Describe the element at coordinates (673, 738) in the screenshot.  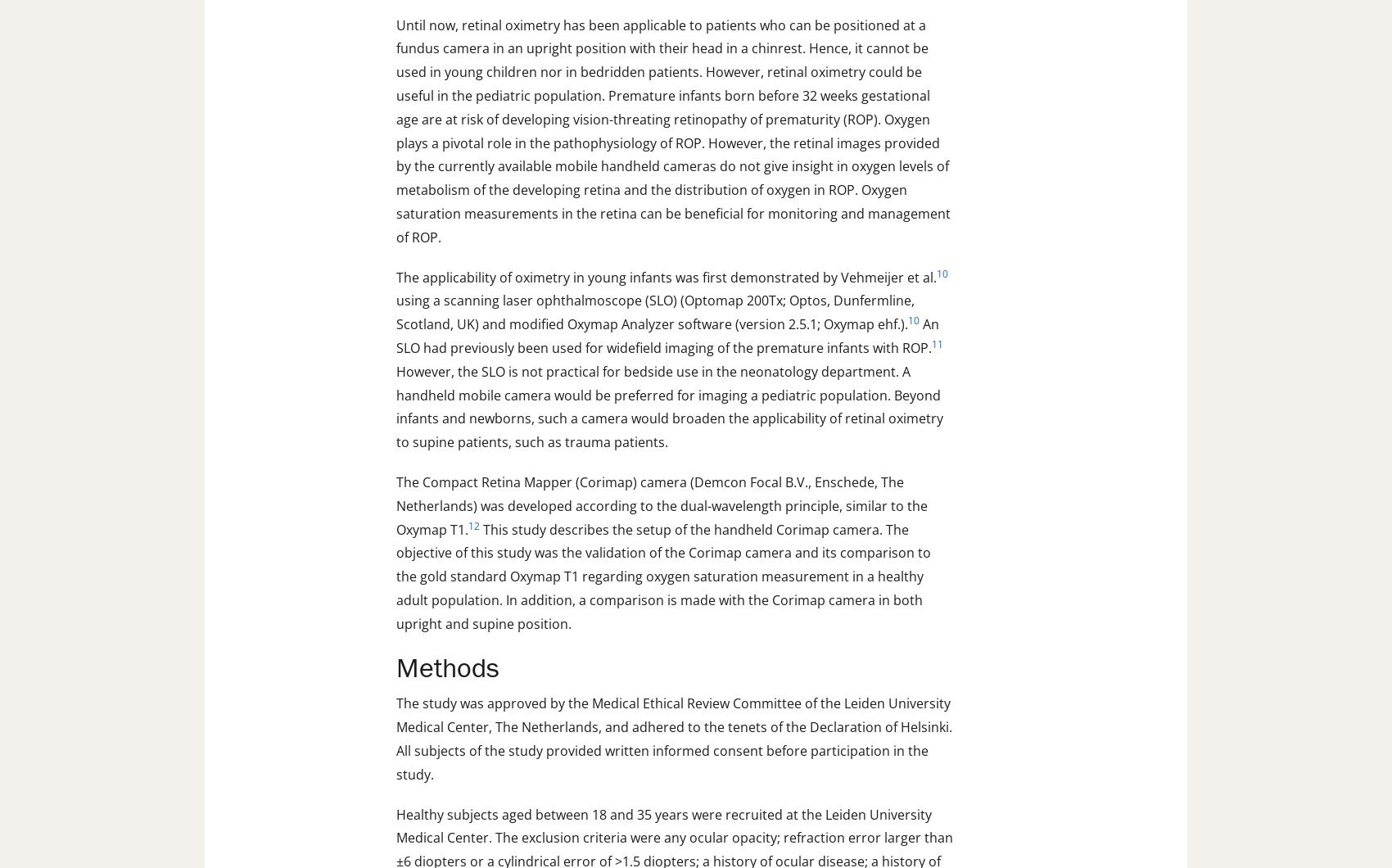
I see `'The study was approved by the Medical Ethical Review Committee of the Leiden University Medical Center, The Netherlands, and adhered to the tenets of the Declaration of Helsinki. All subjects of the study provided written informed consent before participation in the study.'` at that location.